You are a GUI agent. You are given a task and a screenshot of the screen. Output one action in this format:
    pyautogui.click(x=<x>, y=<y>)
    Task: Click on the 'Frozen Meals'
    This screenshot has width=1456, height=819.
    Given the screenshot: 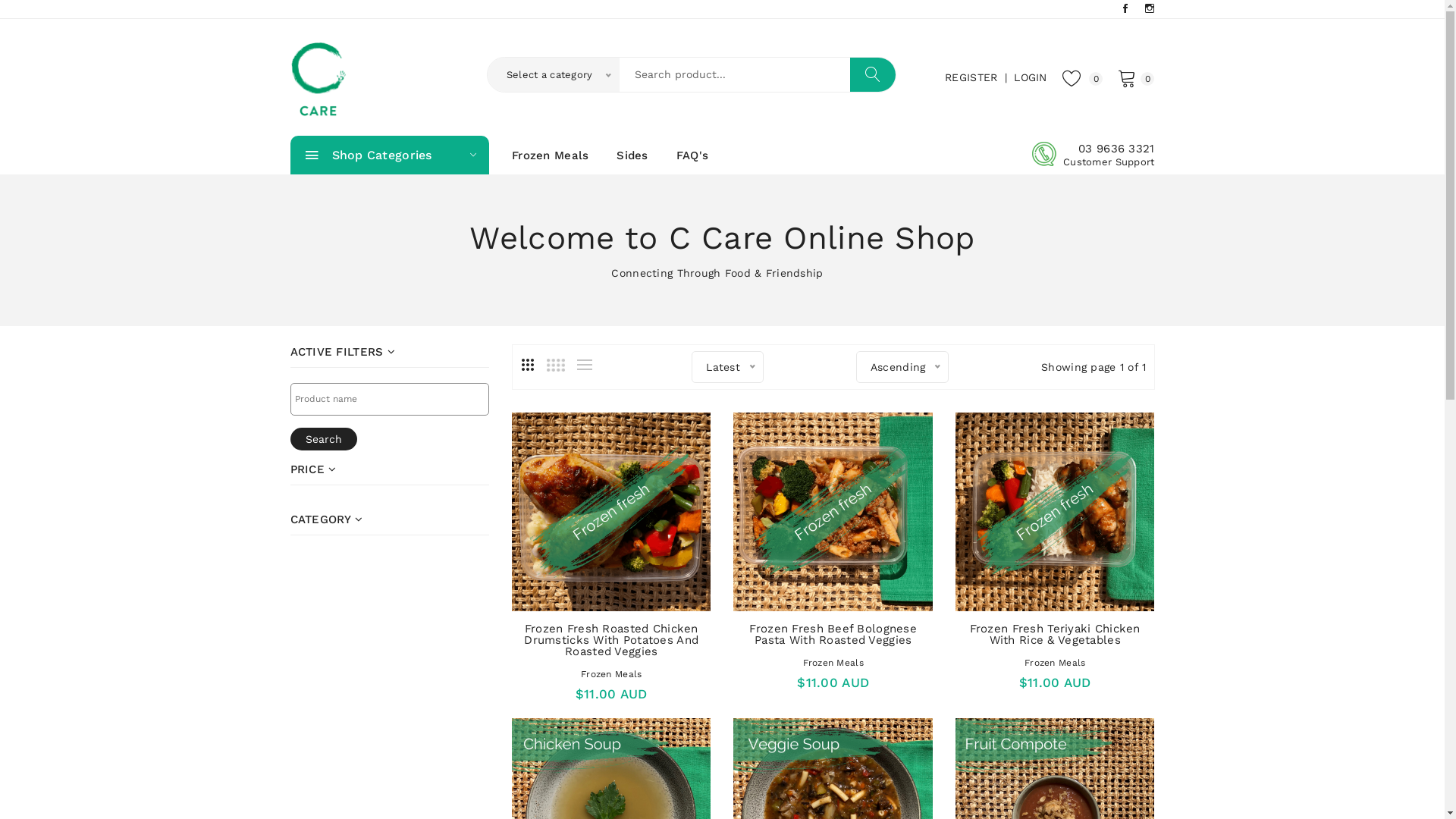 What is the action you would take?
    pyautogui.click(x=611, y=673)
    